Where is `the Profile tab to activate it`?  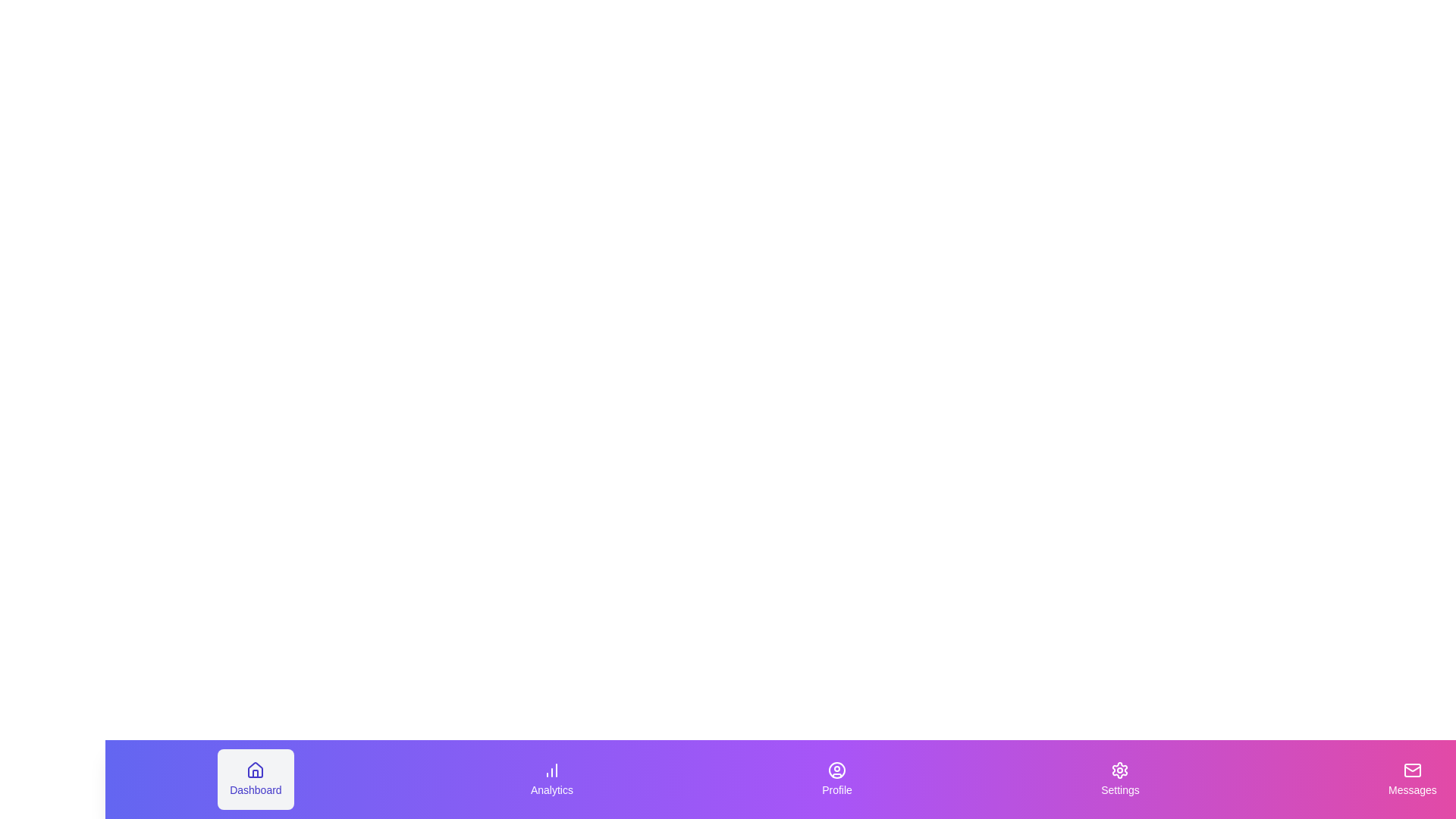 the Profile tab to activate it is located at coordinates (836, 780).